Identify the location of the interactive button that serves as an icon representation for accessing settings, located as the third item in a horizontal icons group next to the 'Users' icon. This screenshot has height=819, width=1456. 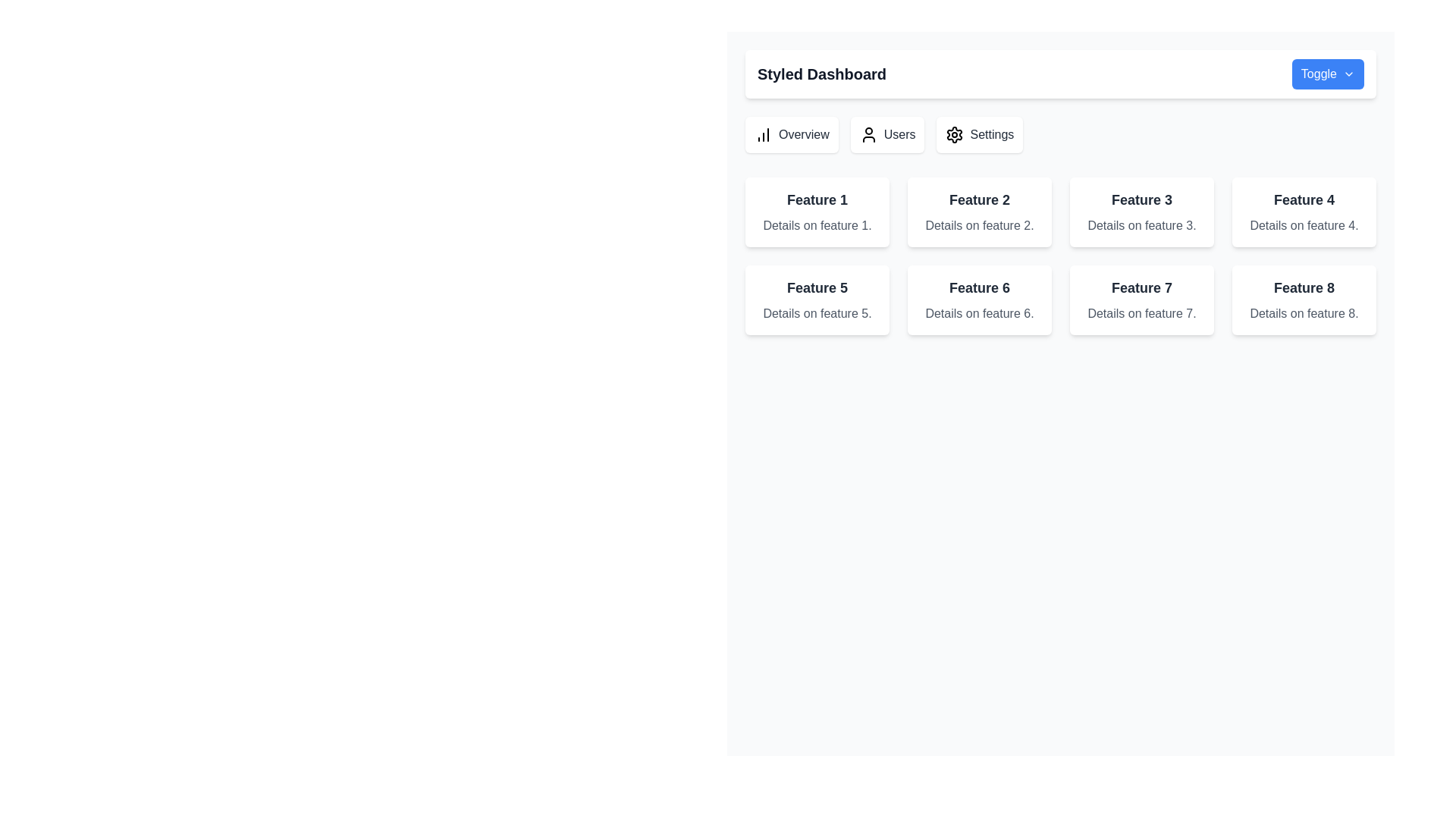
(953, 133).